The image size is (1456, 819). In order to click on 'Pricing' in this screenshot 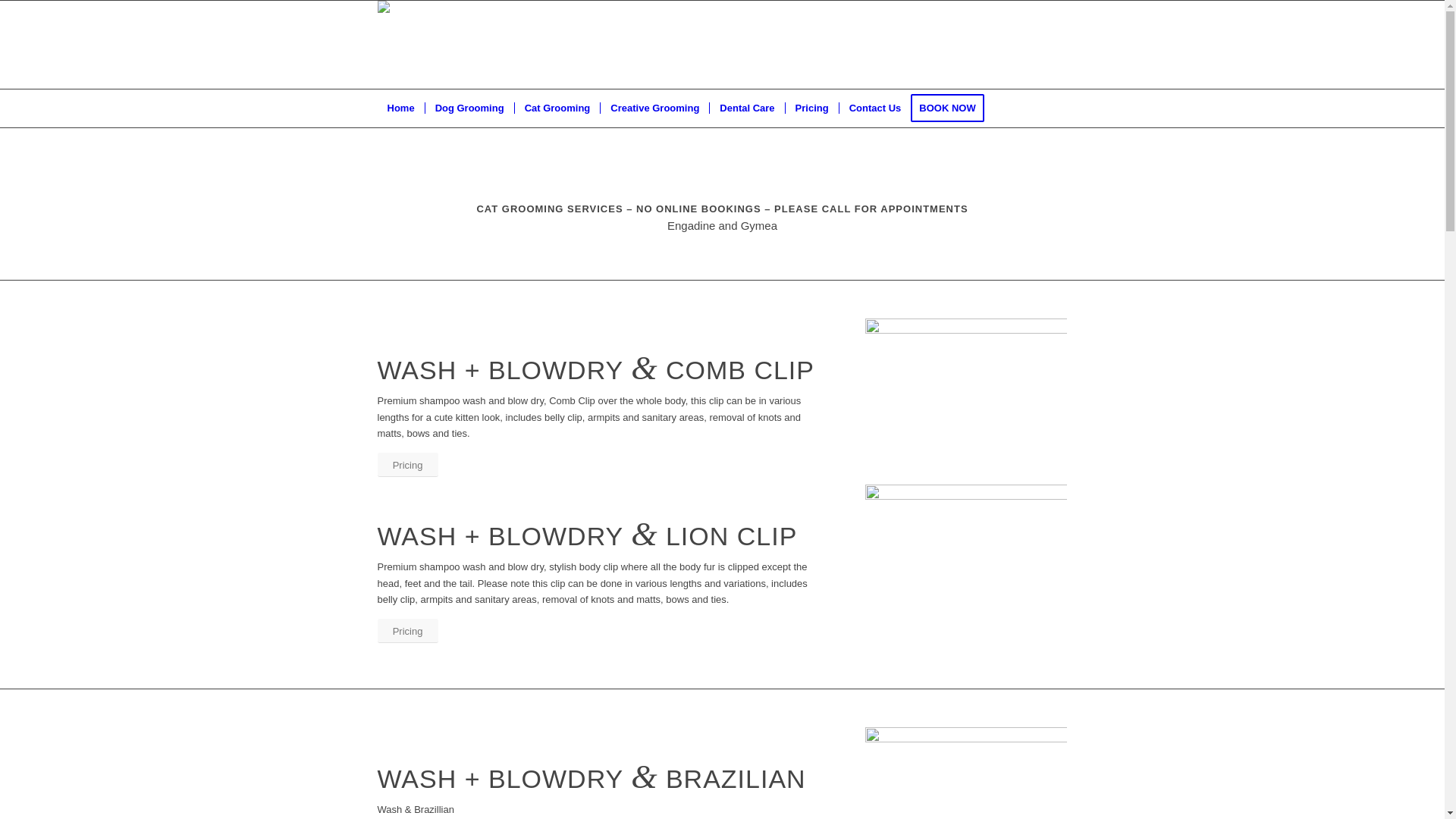, I will do `click(811, 107)`.